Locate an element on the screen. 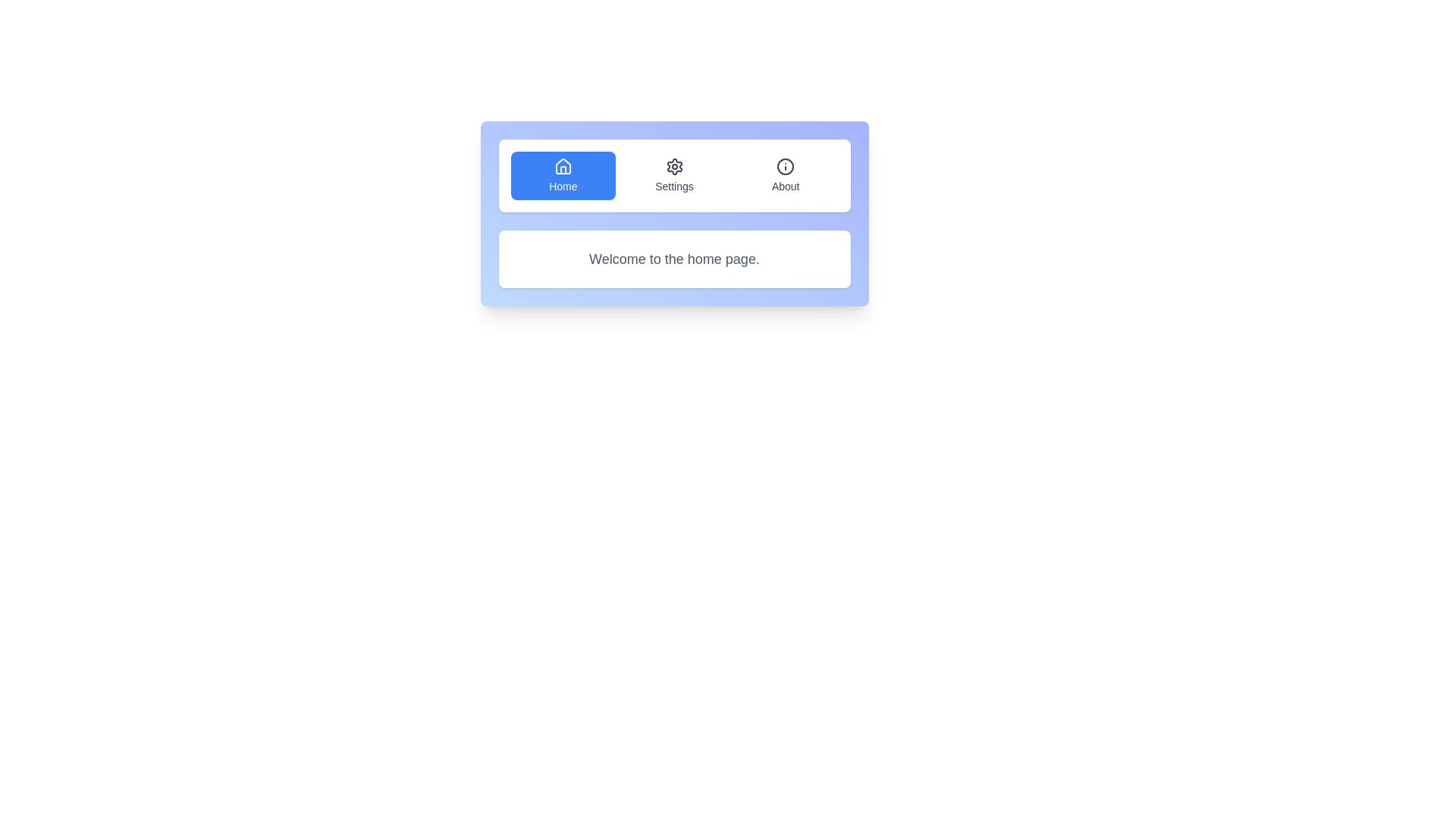 The height and width of the screenshot is (819, 1456). the text 'Welcome to the home page.' in the content area is located at coordinates (673, 259).